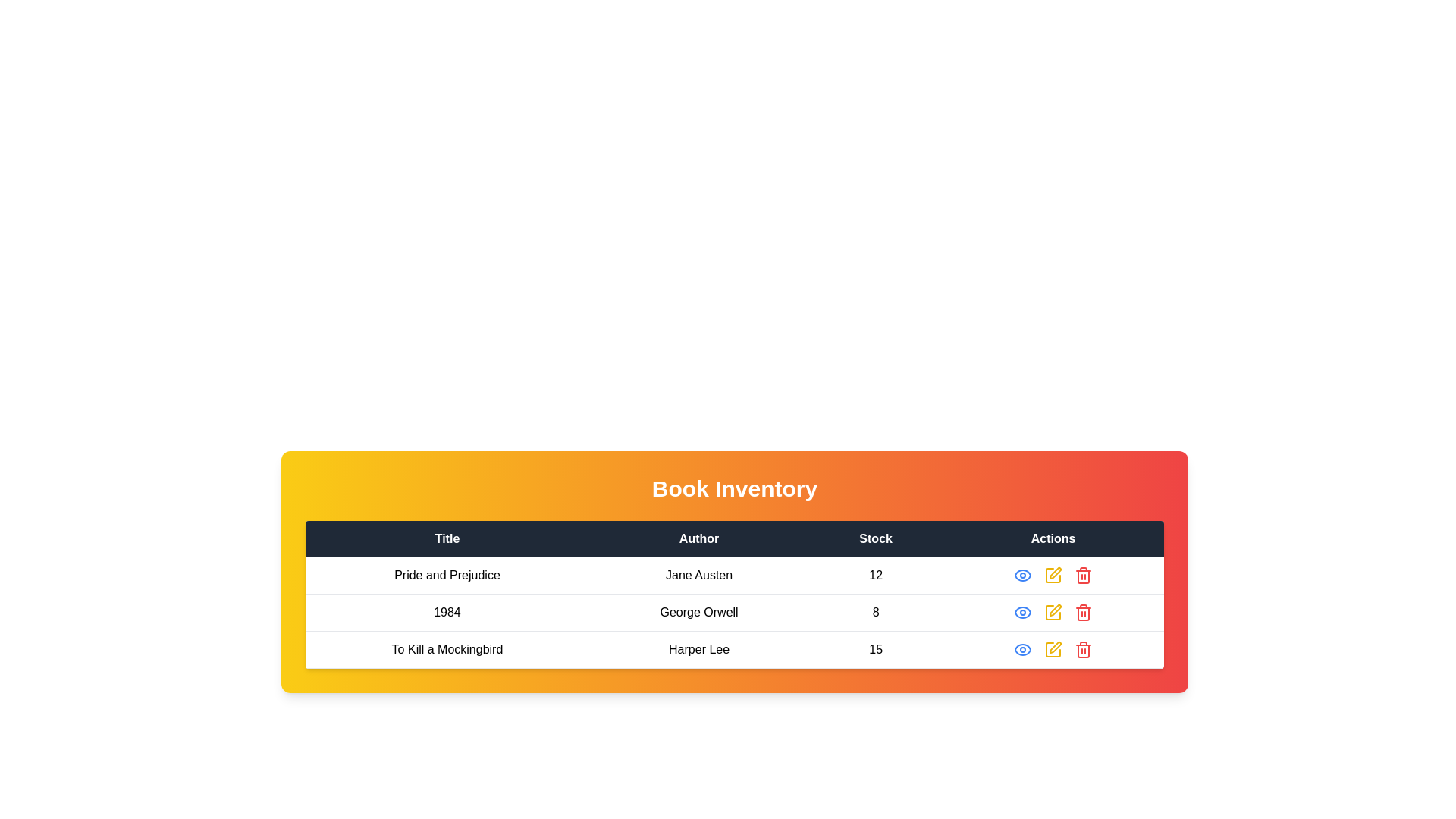  I want to click on the 'edit' icon located in the last row of the table under the 'Actions' column, which allows users to modify or update details, so click(1055, 610).